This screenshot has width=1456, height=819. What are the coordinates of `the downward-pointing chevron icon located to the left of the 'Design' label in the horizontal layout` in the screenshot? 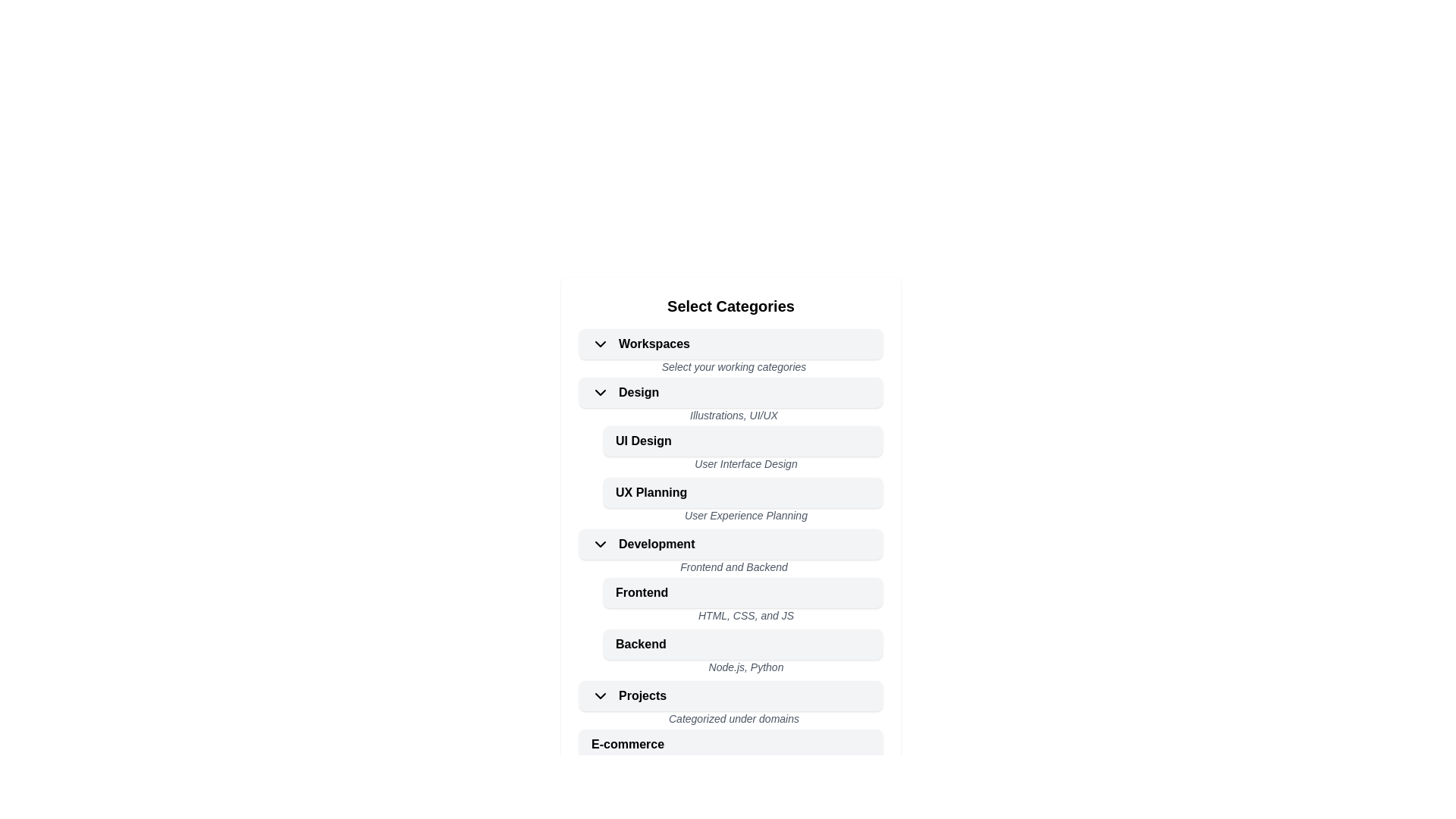 It's located at (604, 391).